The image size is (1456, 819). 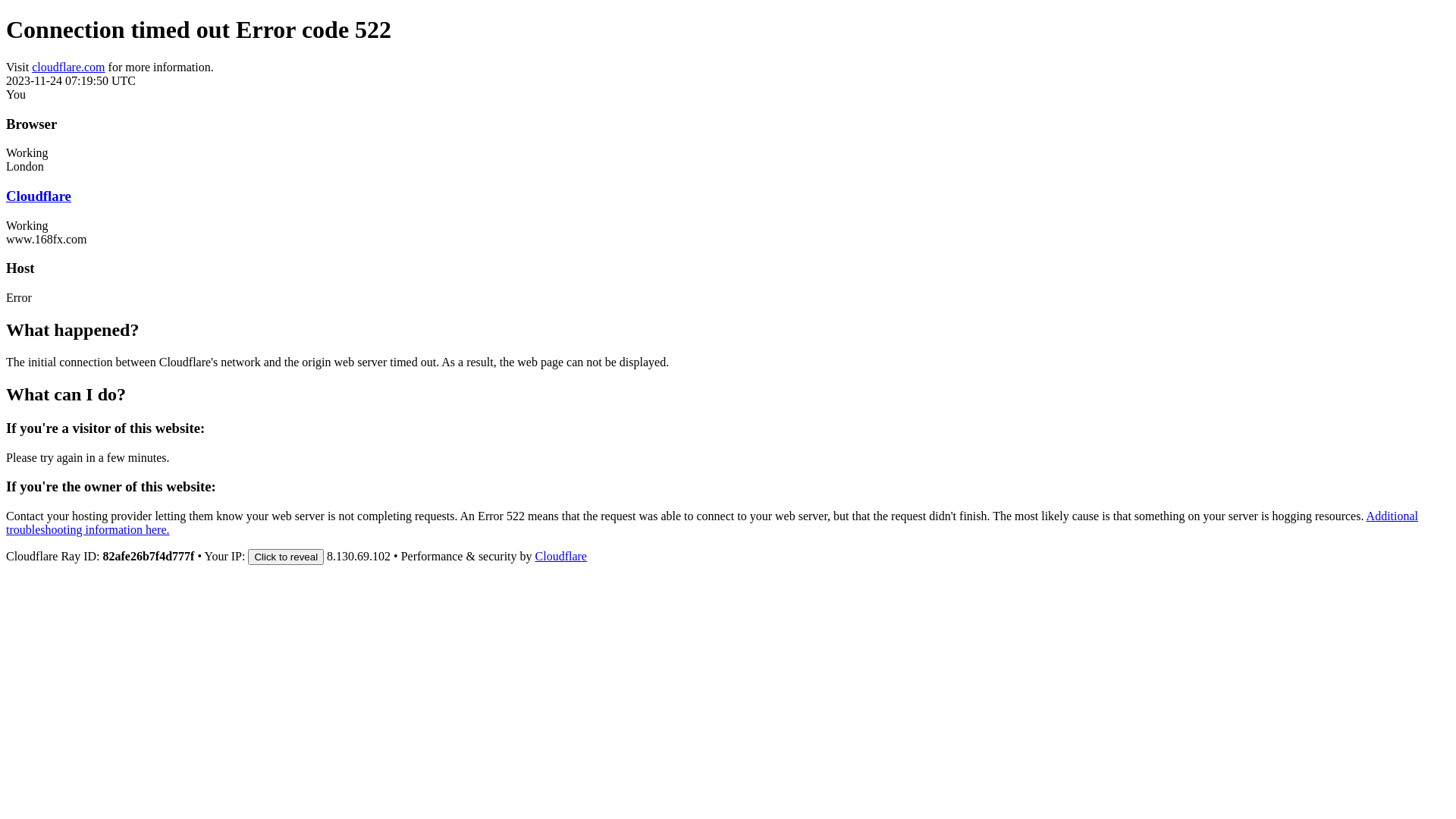 What do you see at coordinates (32, 66) in the screenshot?
I see `'cloudflare.com'` at bounding box center [32, 66].